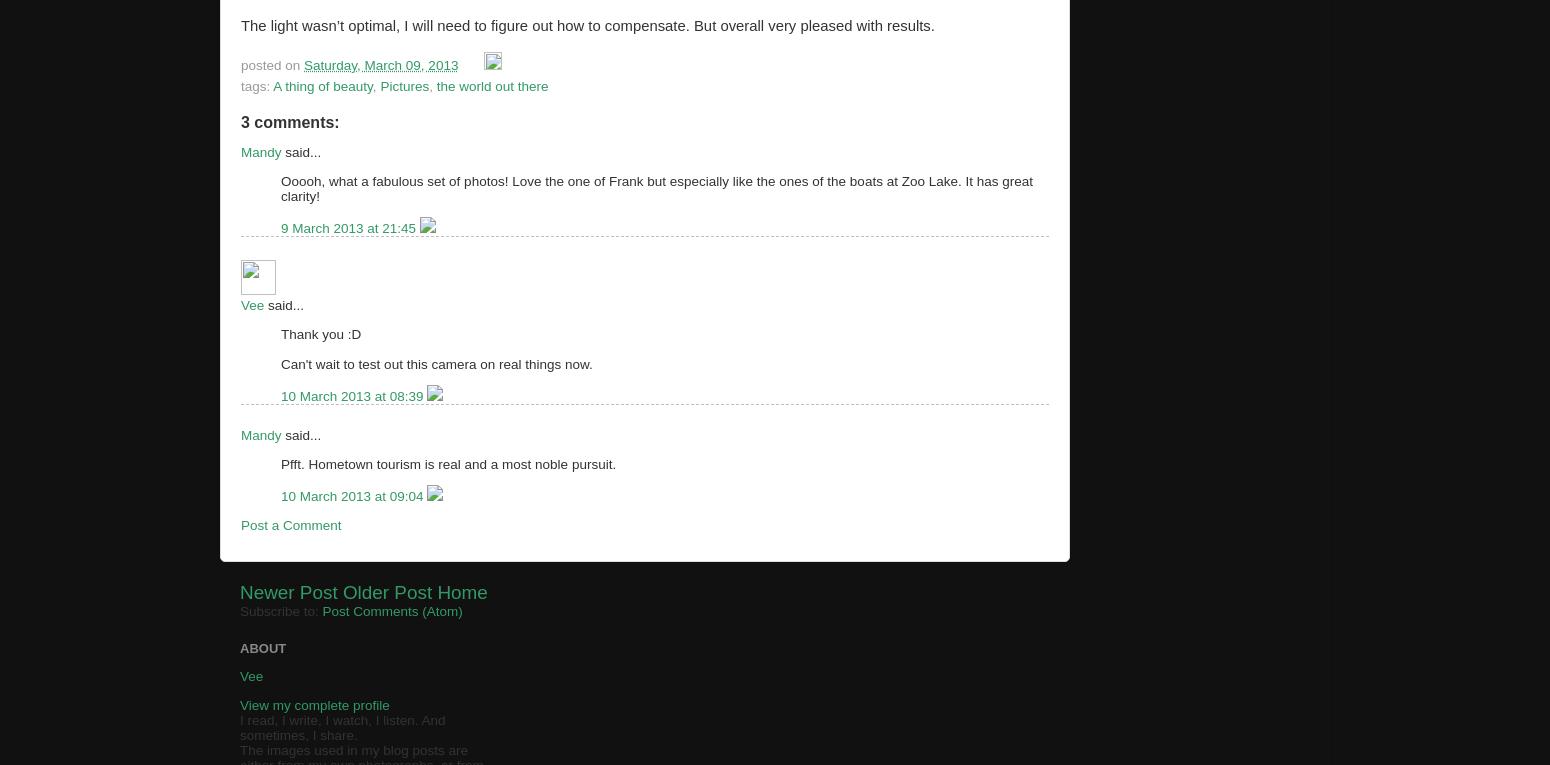  I want to click on 'Older Post', so click(386, 592).